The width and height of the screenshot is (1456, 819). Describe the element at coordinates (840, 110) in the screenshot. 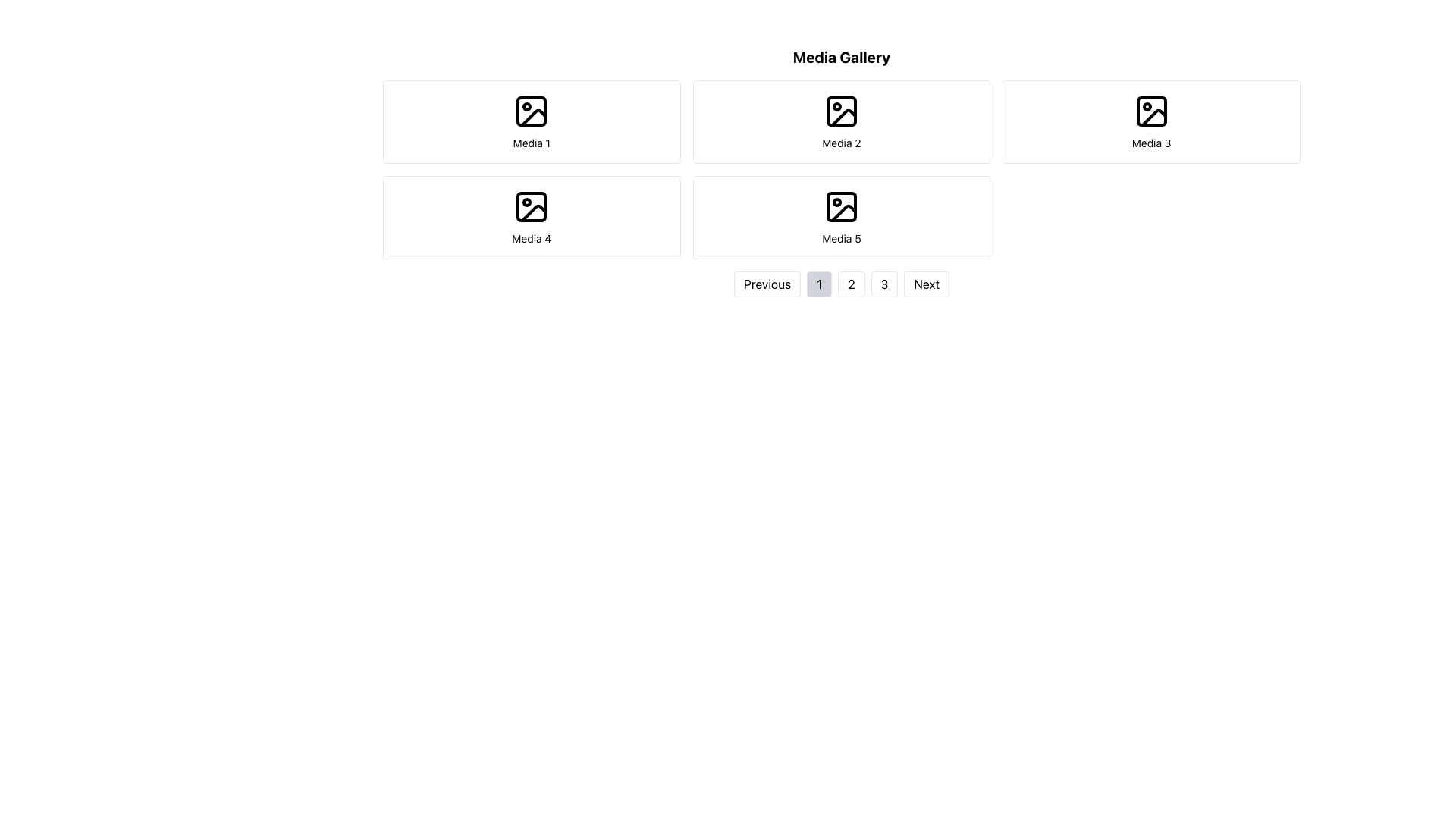

I see `the background layer of the 'Media 2' icon in the gallery interface, which serves as a visual boundary and structure for the icon's content` at that location.